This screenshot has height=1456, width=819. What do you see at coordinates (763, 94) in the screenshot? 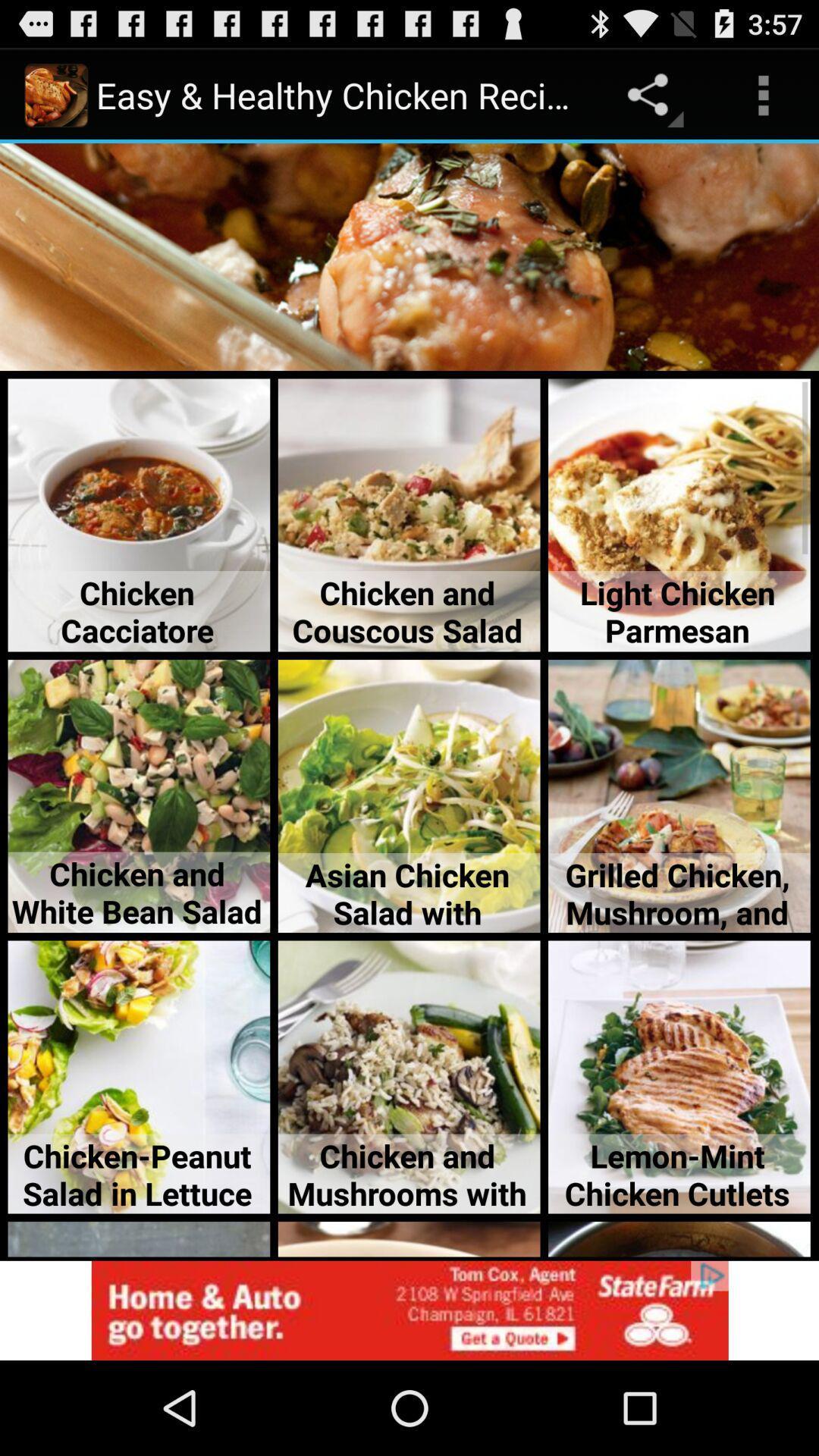
I see `the menu icon which is at the top right side of the page` at bounding box center [763, 94].